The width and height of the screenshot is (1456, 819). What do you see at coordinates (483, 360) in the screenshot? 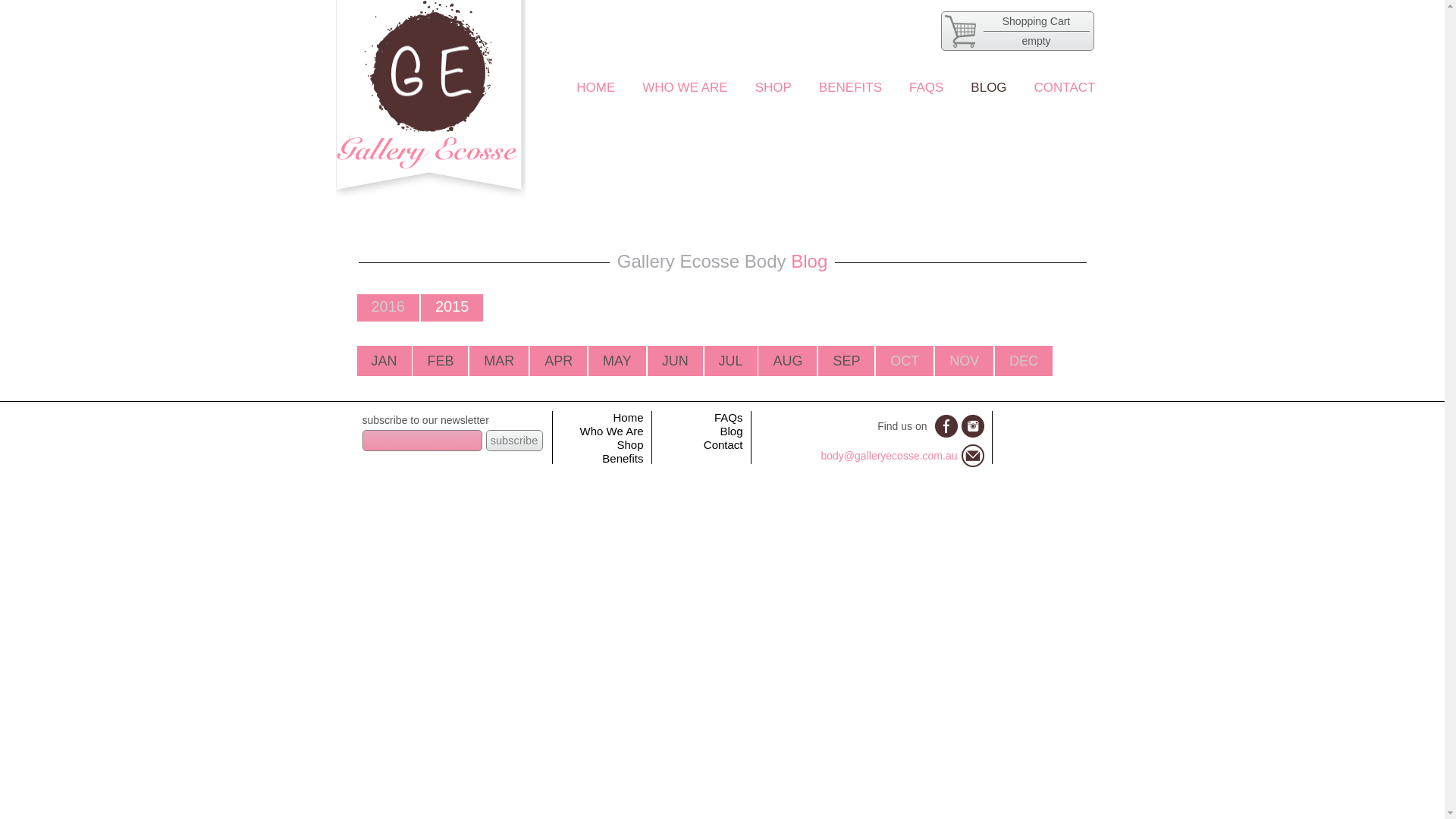
I see `'MAR'` at bounding box center [483, 360].